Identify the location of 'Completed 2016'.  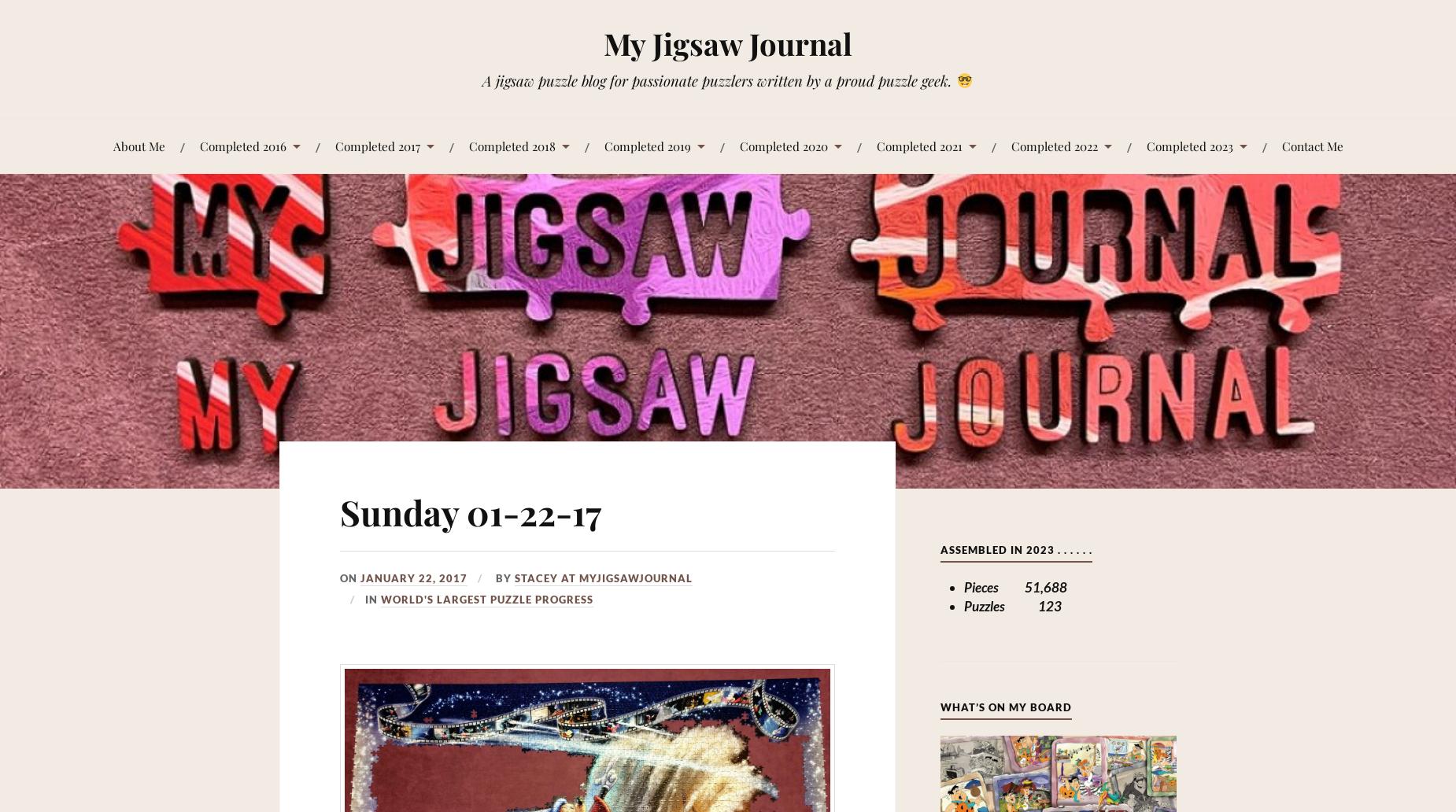
(198, 144).